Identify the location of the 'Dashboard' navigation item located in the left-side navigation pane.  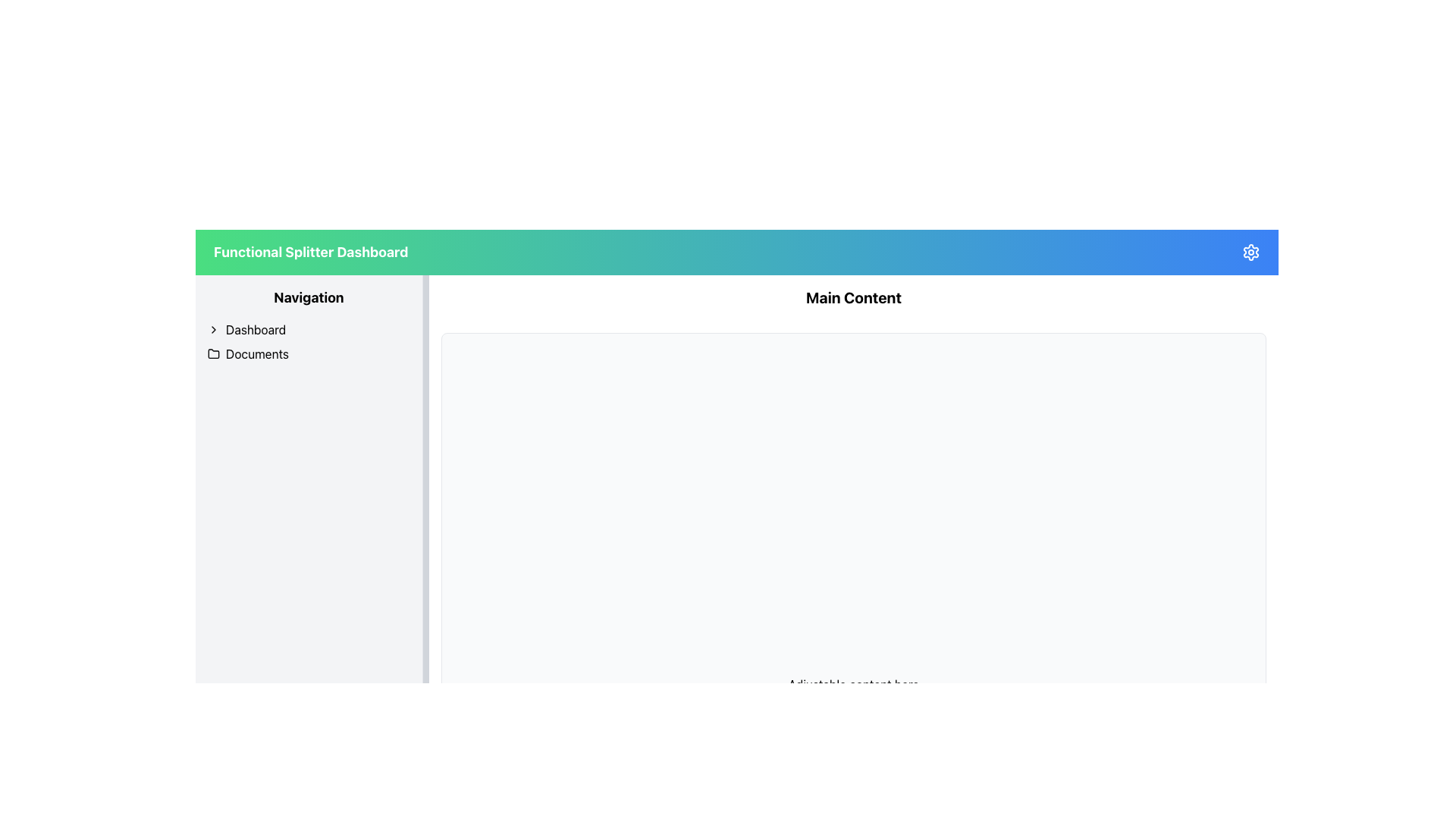
(308, 329).